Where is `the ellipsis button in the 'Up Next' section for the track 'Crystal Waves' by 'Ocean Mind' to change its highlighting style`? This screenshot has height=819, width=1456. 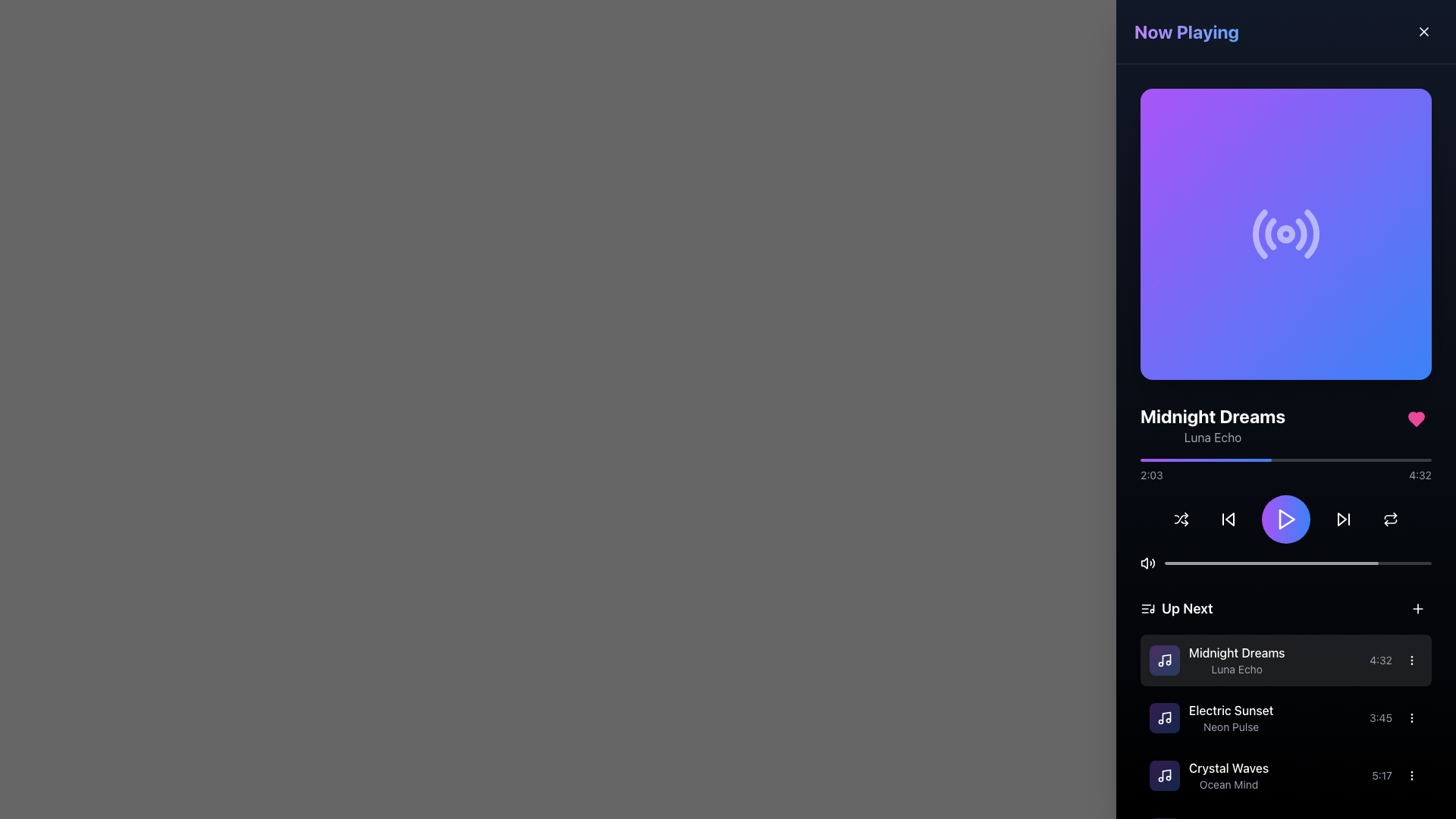
the ellipsis button in the 'Up Next' section for the track 'Crystal Waves' by 'Ocean Mind' to change its highlighting style is located at coordinates (1411, 775).